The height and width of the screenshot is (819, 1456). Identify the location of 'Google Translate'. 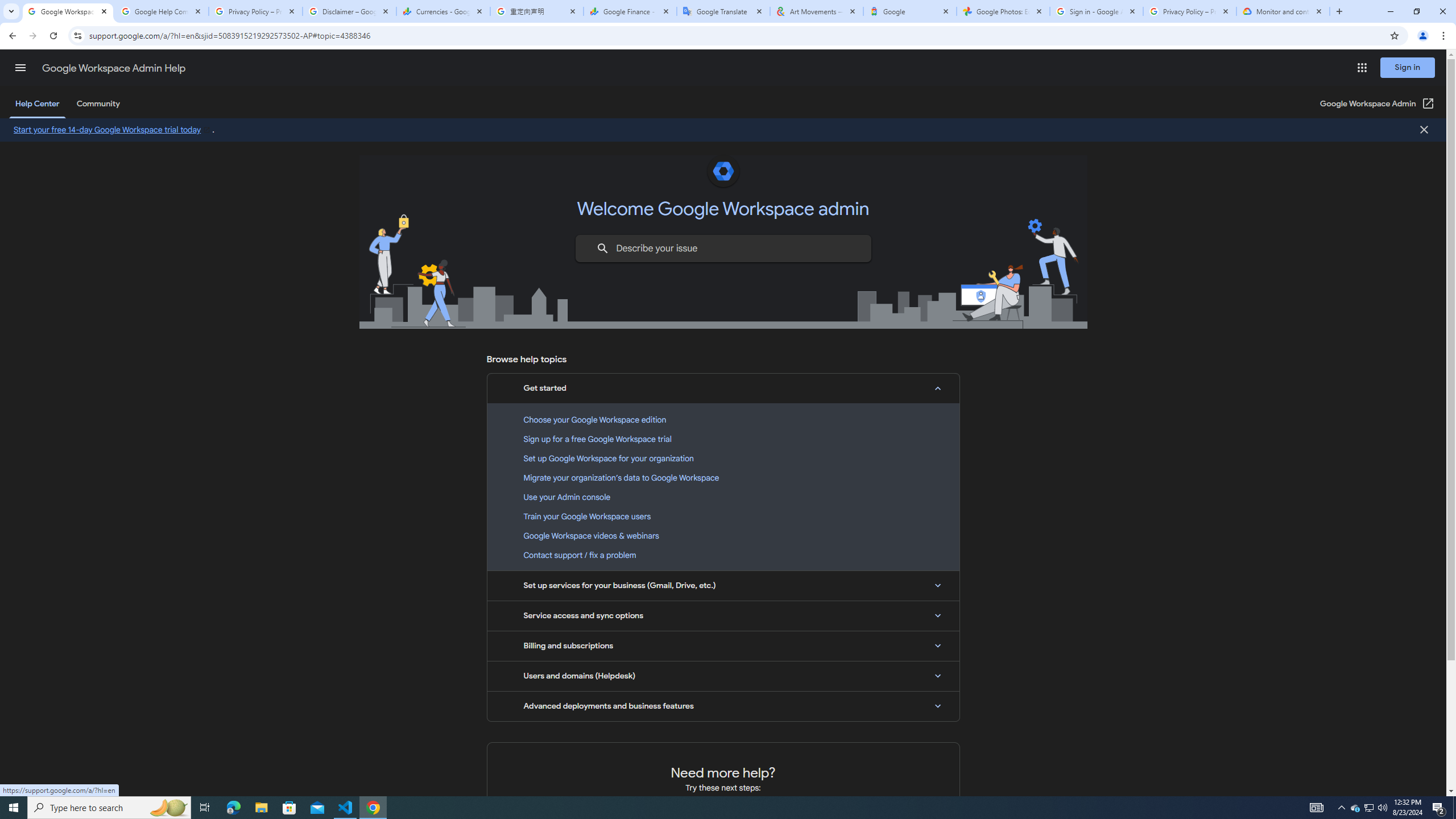
(723, 11).